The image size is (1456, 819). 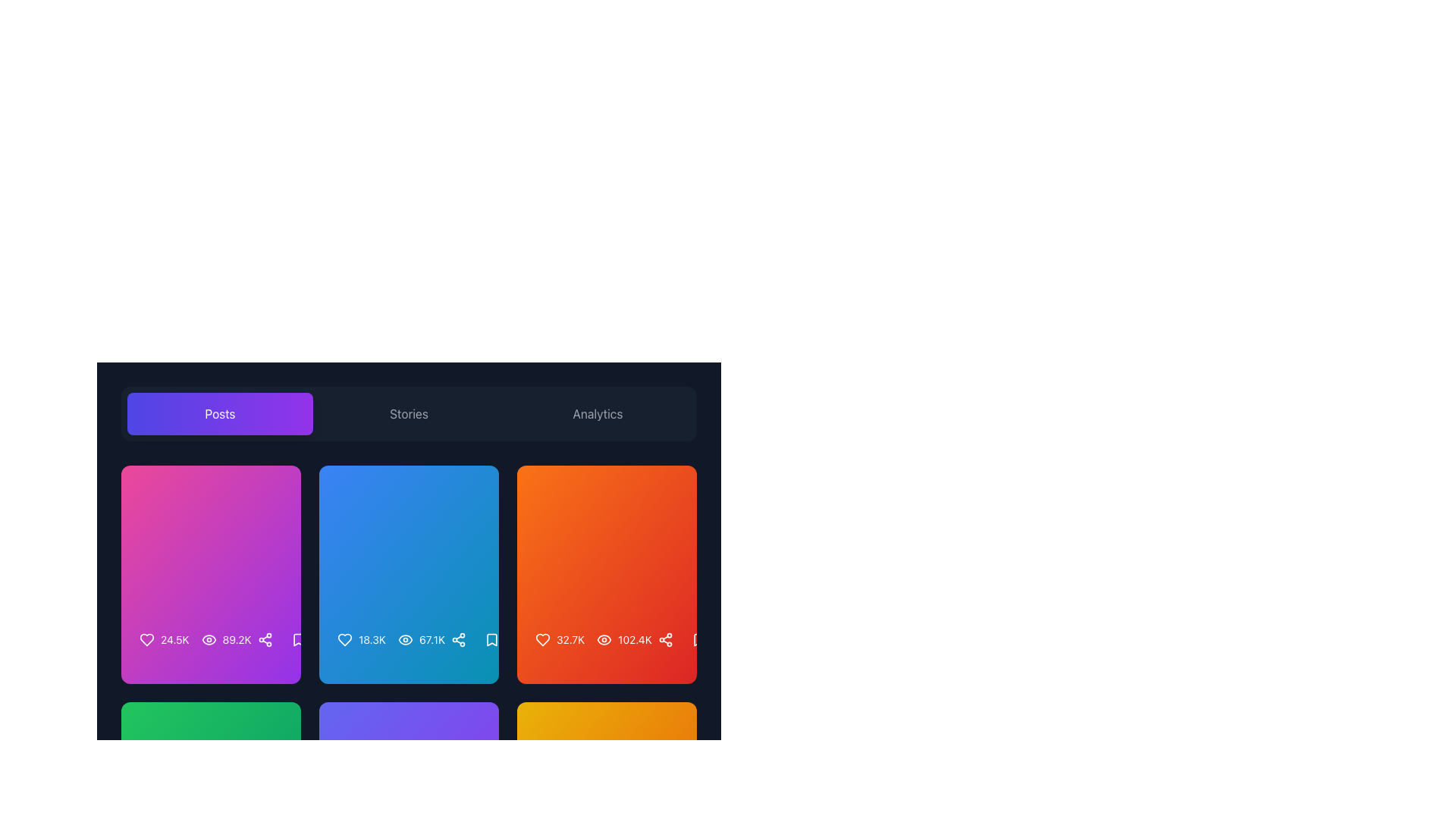 I want to click on the eye icon SVG located in the bottom right corner of the first card in the first row, which is designed to indicate visibility or viewing options, so click(x=208, y=640).